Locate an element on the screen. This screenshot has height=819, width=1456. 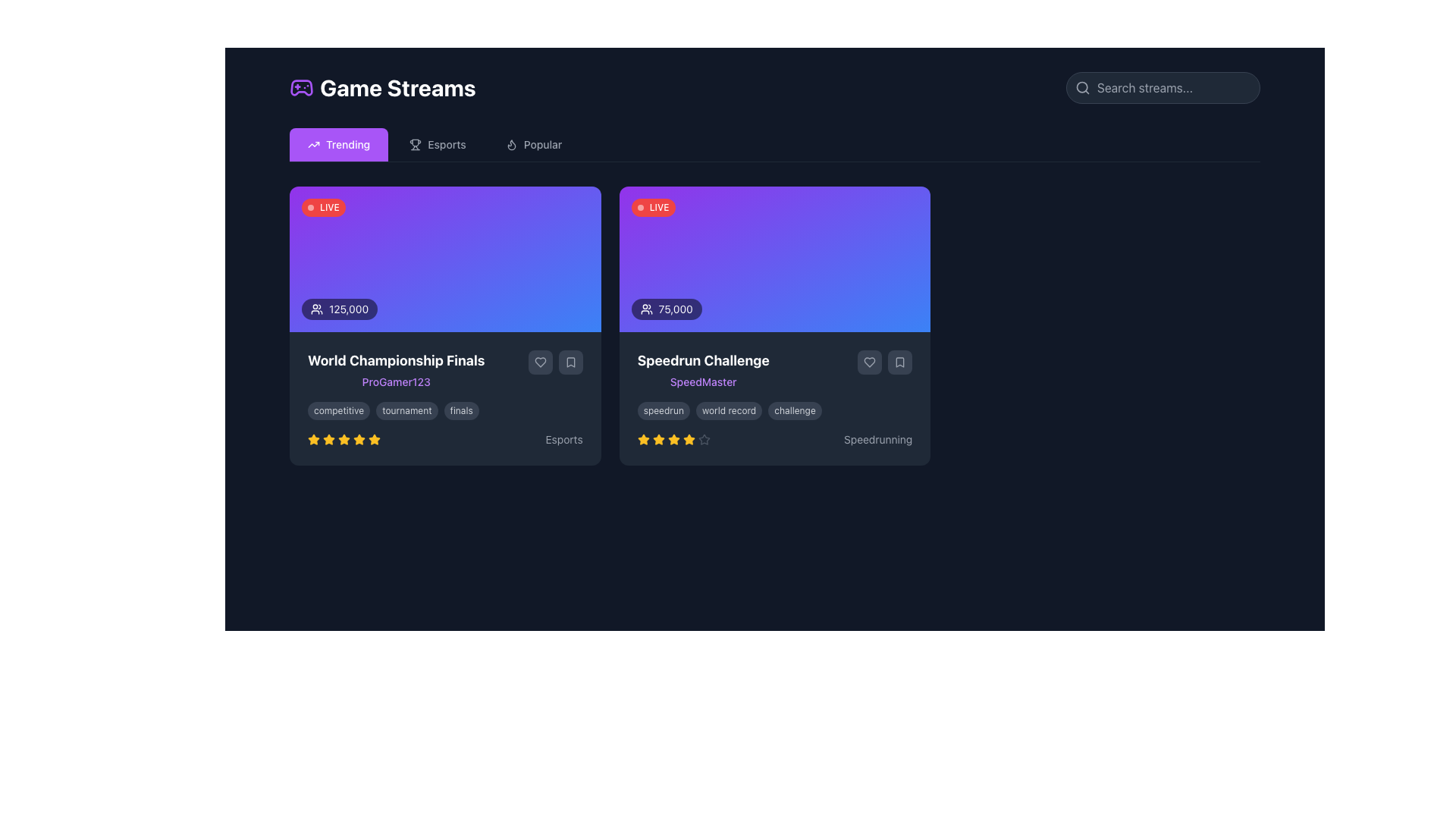
the first star icon in the 5-star rating system located at the bottom section of the 'World Championship Finals' card is located at coordinates (312, 439).